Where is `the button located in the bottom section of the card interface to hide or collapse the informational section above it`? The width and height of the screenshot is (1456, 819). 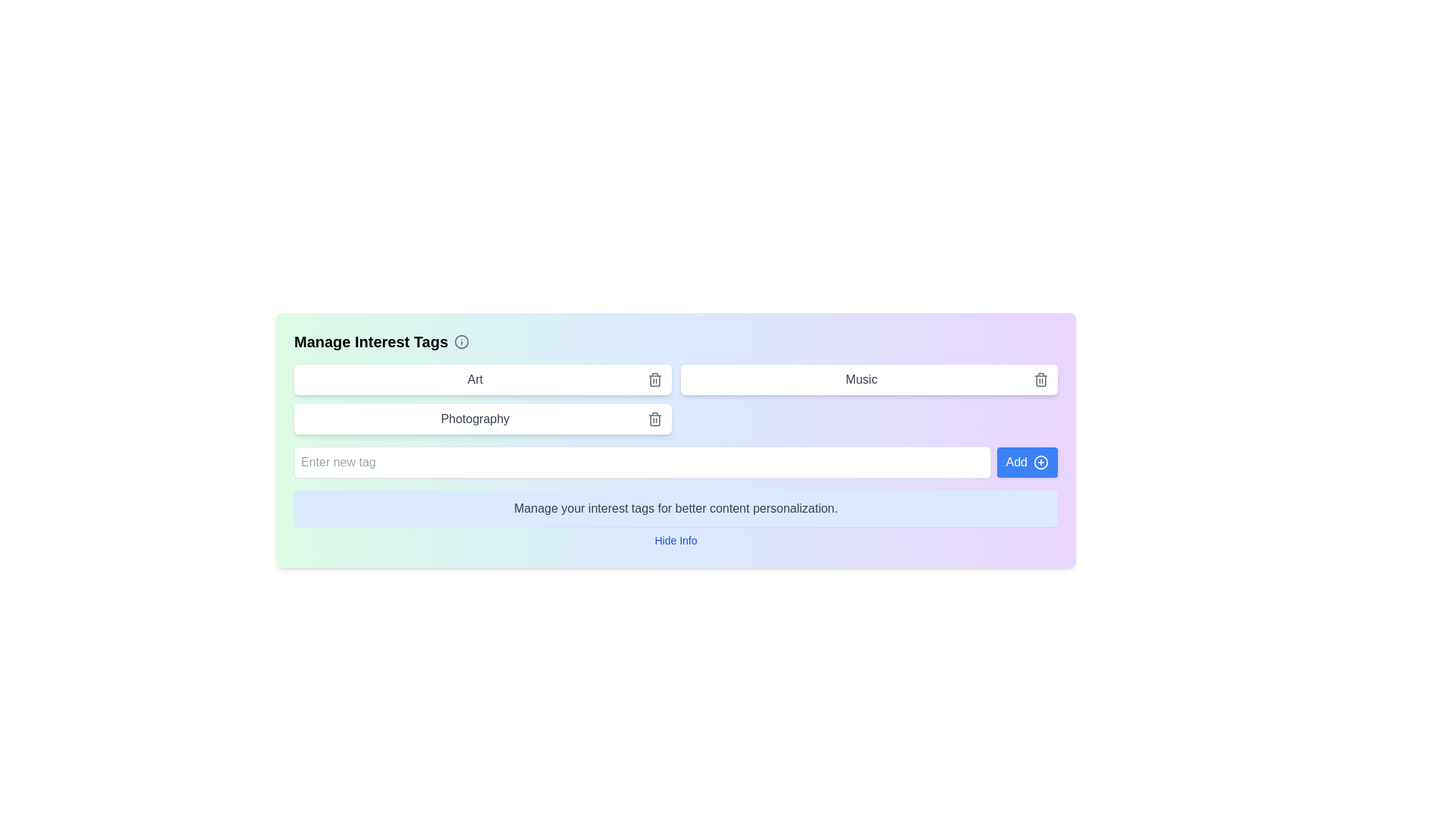
the button located in the bottom section of the card interface to hide or collapse the informational section above it is located at coordinates (675, 540).